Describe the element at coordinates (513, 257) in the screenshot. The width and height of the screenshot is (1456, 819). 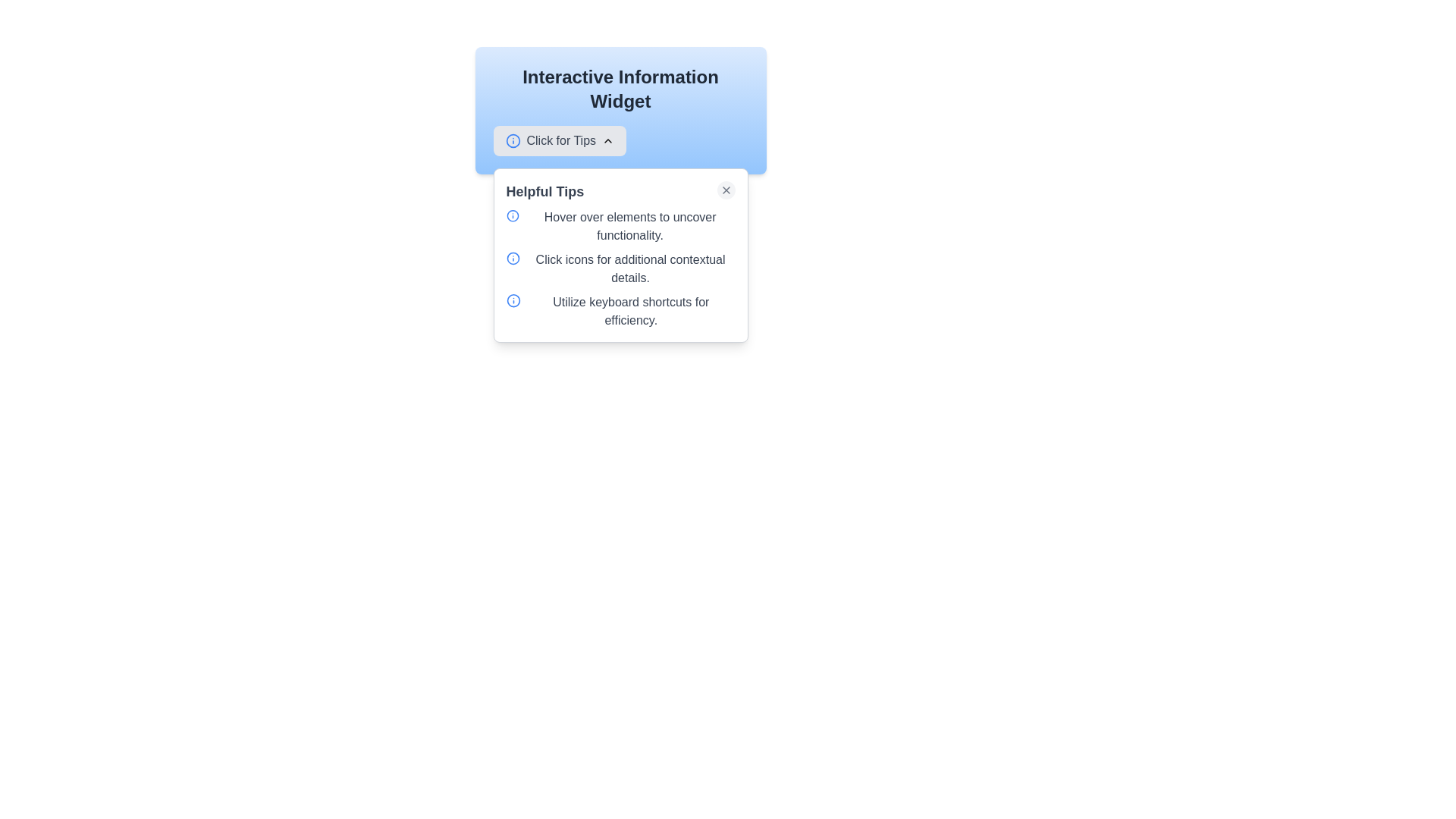
I see `SVG circle component located in the 'Helpful Tips' section, positioned to the left of the text 'Hover over elements to uncover functionality.' for debugging purposes` at that location.